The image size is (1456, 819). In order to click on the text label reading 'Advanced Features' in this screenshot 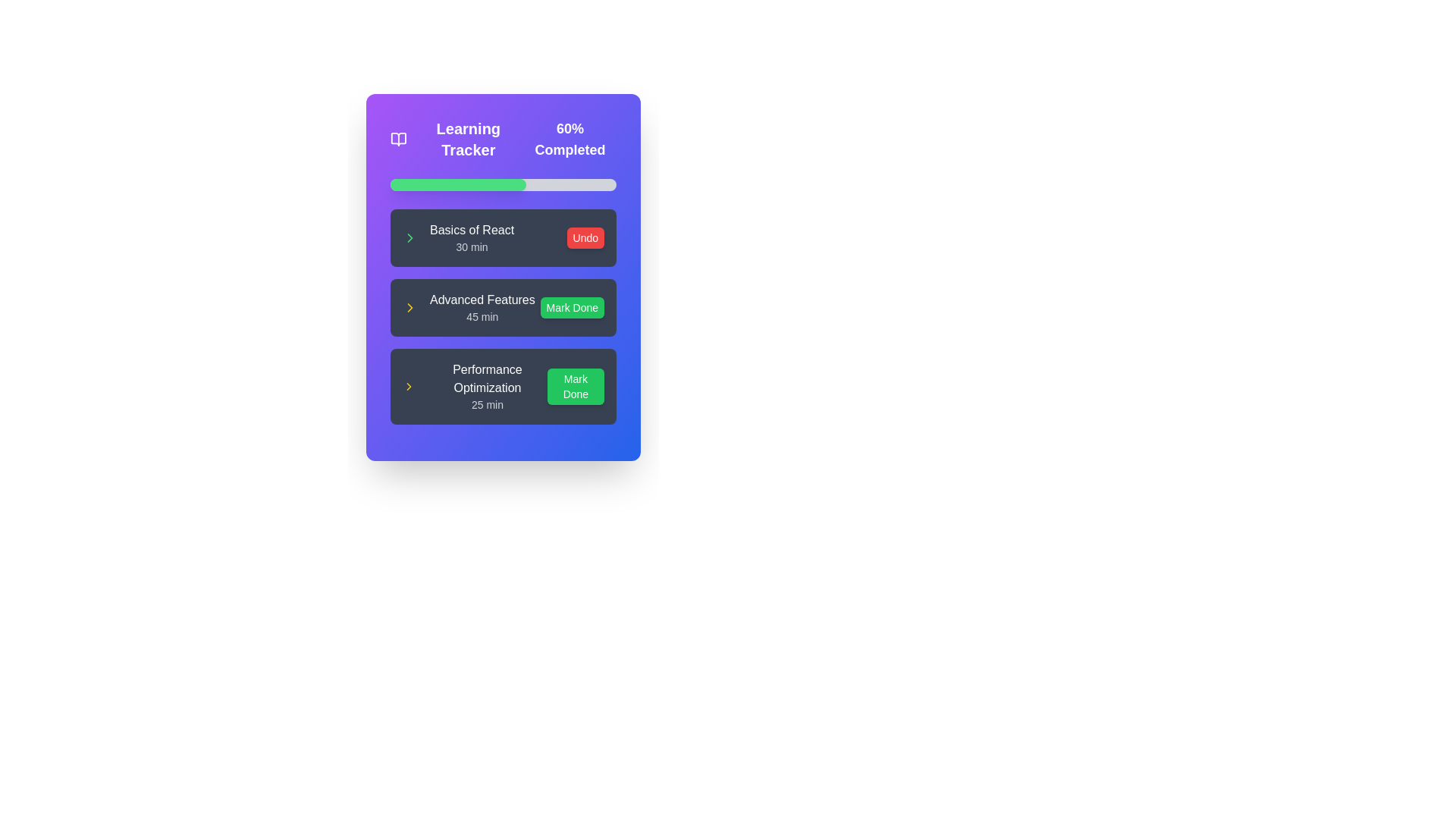, I will do `click(482, 300)`.